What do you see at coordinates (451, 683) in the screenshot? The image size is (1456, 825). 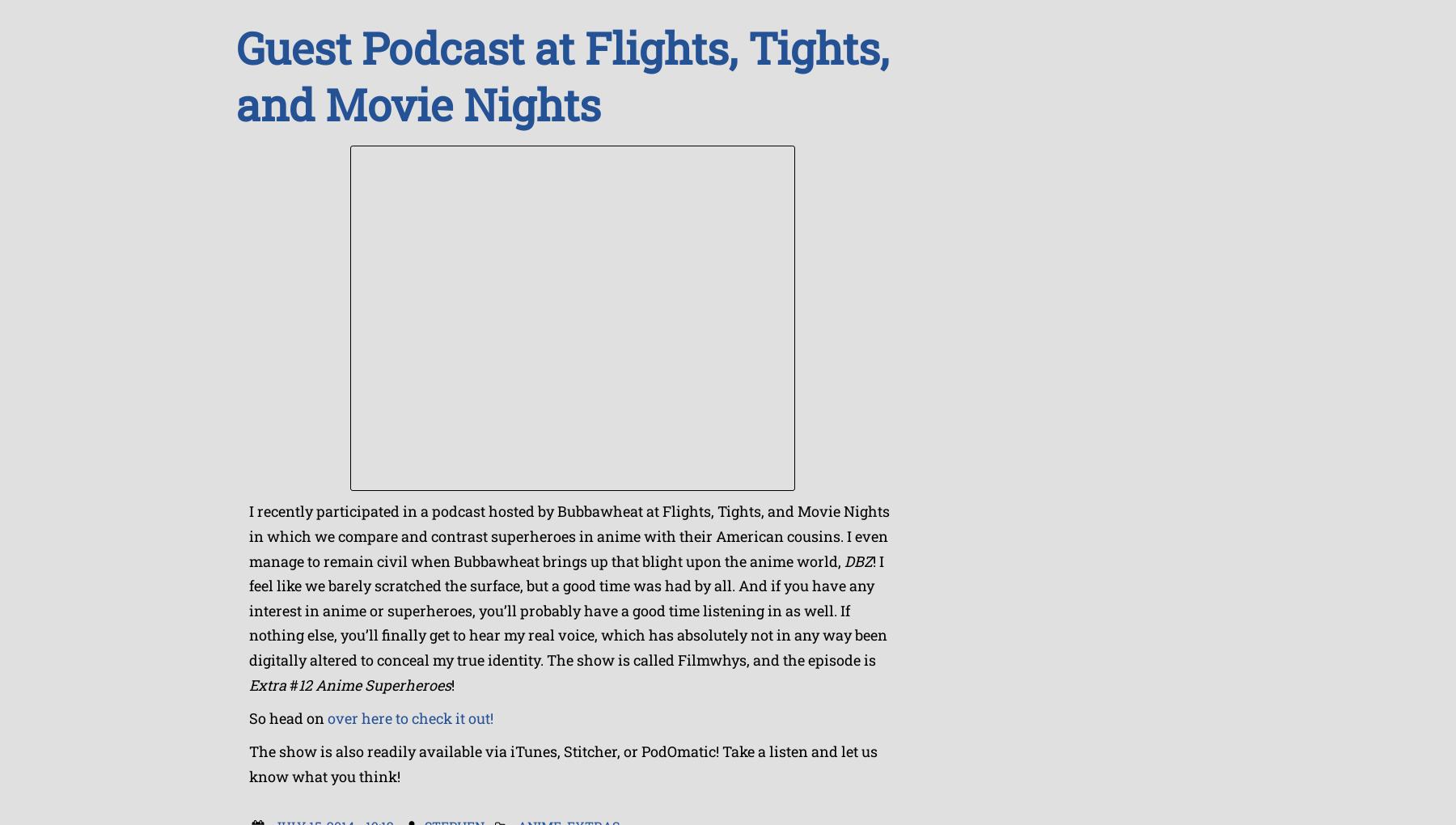 I see `'!'` at bounding box center [451, 683].